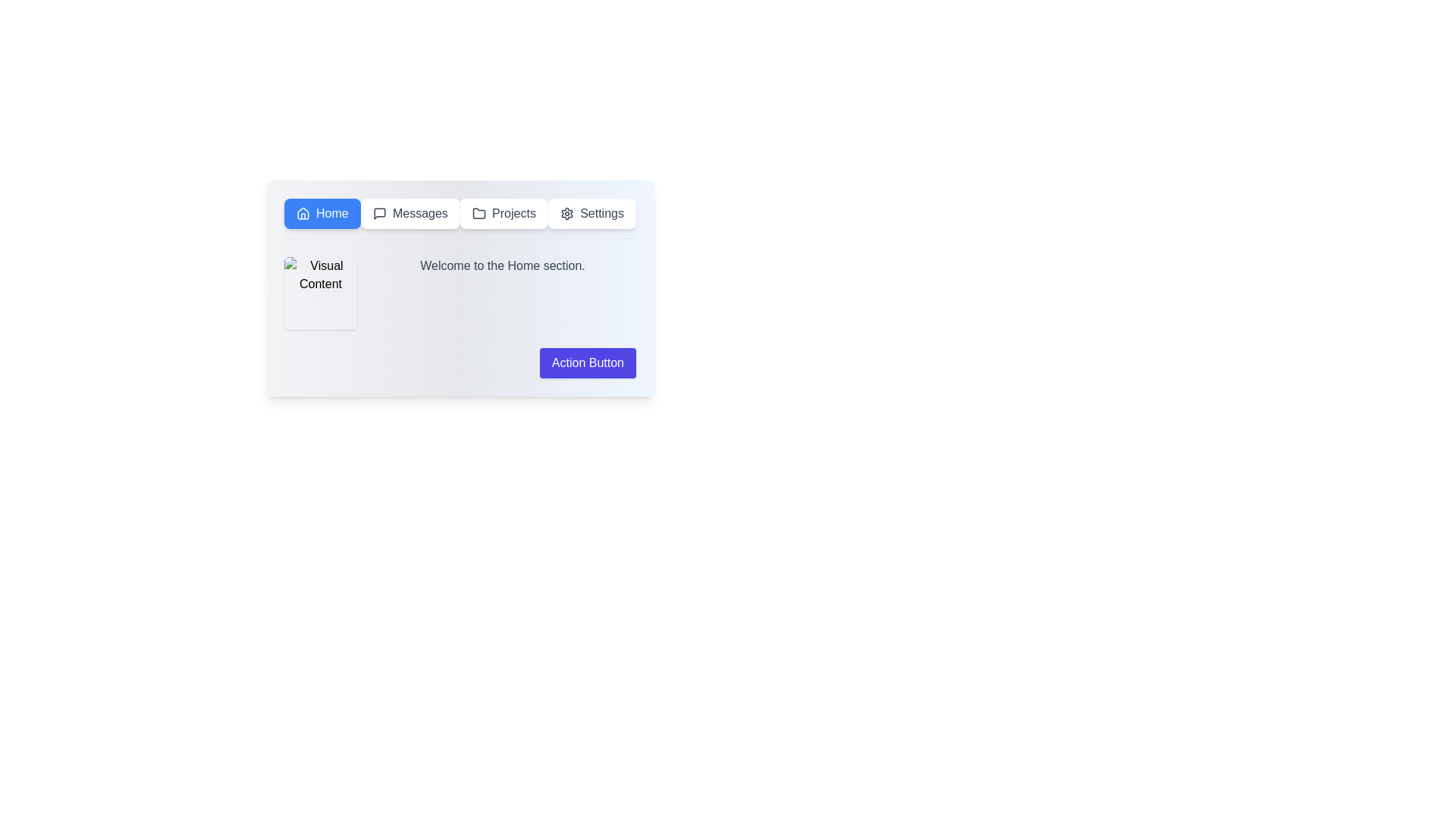 The image size is (1456, 819). Describe the element at coordinates (566, 213) in the screenshot. I see `the settings button located at the right end of the horizontal navigation bar` at that location.